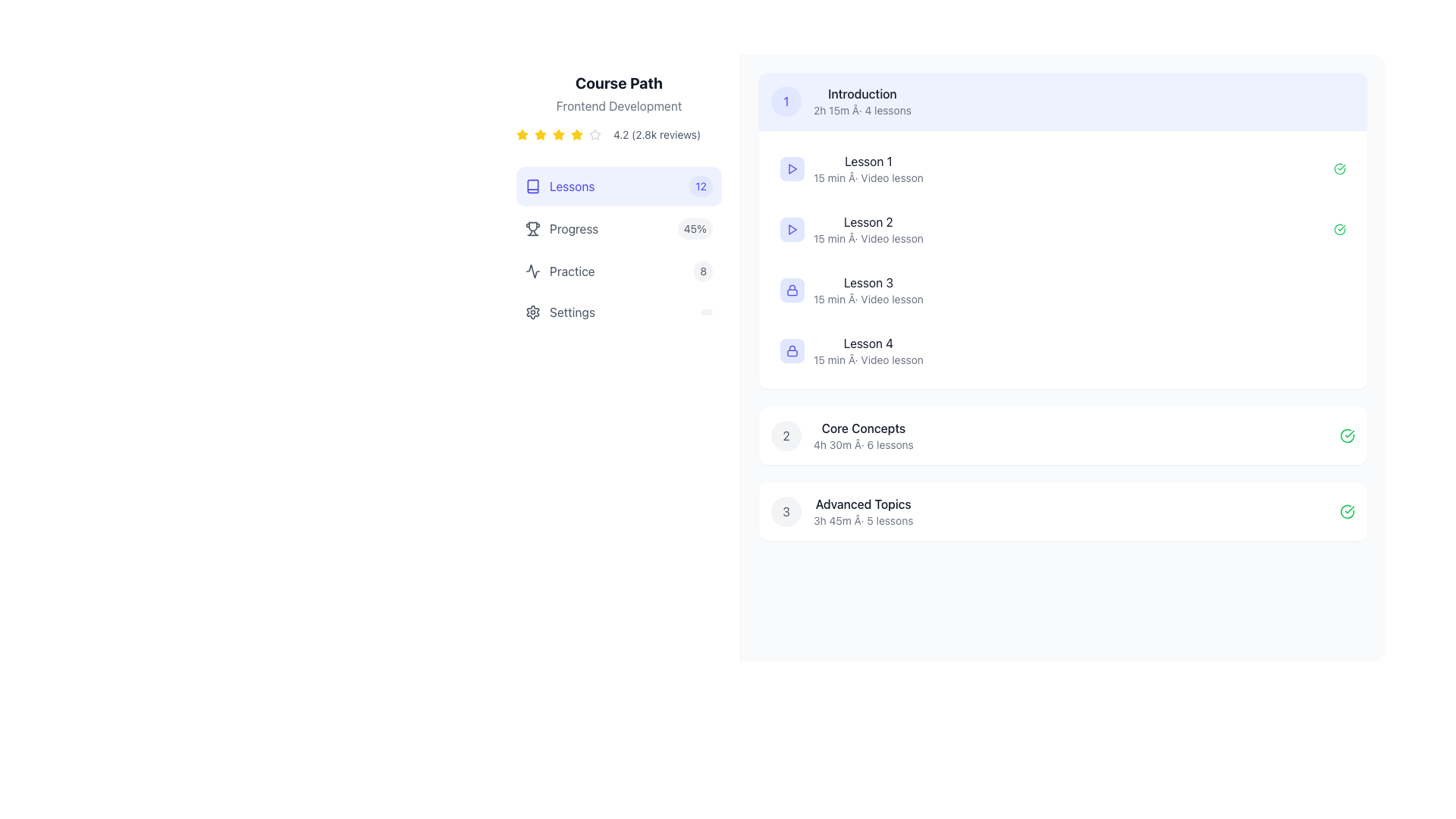 The width and height of the screenshot is (1456, 819). What do you see at coordinates (1347, 512) in the screenshot?
I see `the green circular checkmark icon located at the rightmost side of the 'Advanced Topics' section` at bounding box center [1347, 512].